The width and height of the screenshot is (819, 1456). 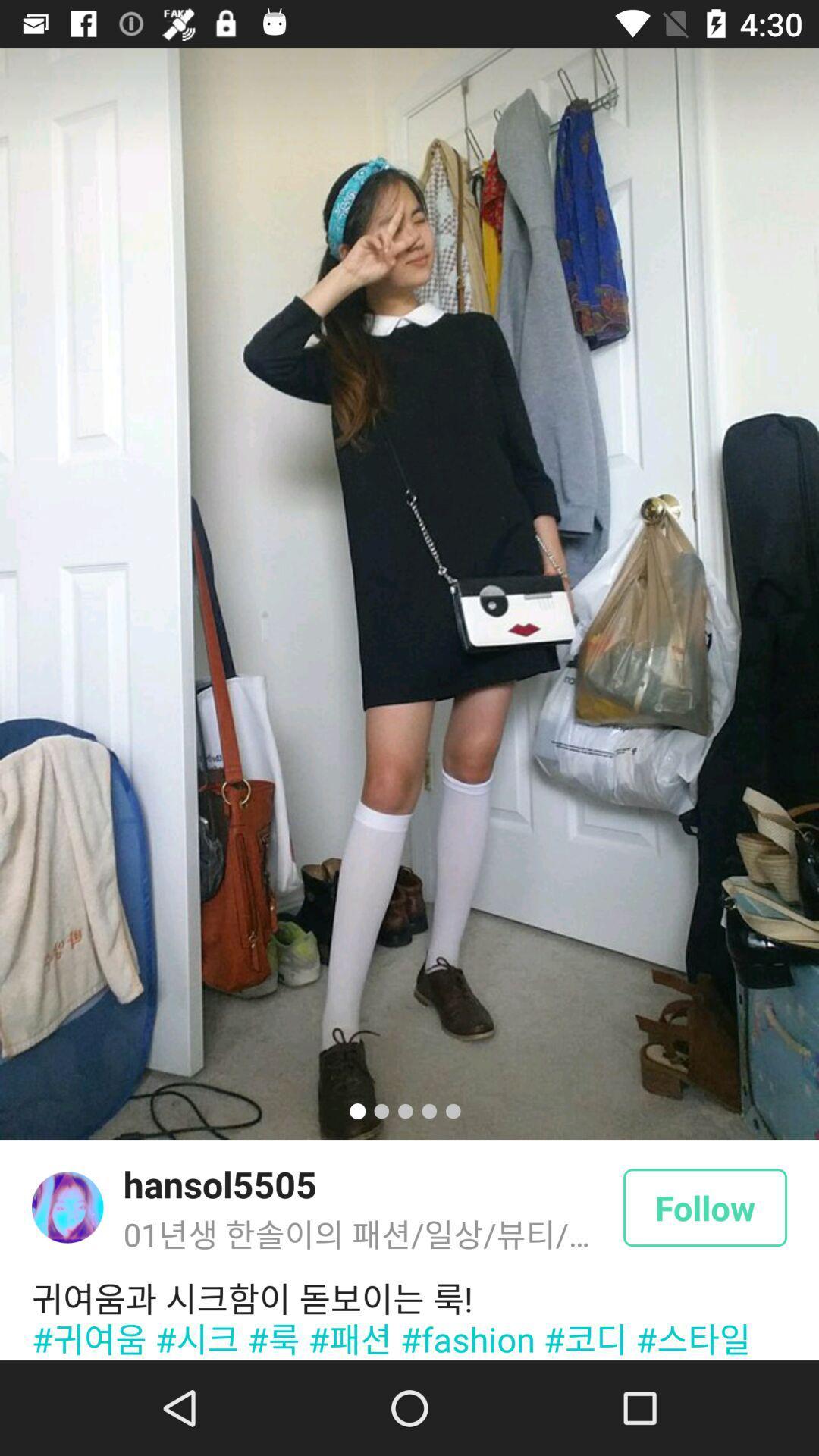 I want to click on the hansol5505 item, so click(x=220, y=1183).